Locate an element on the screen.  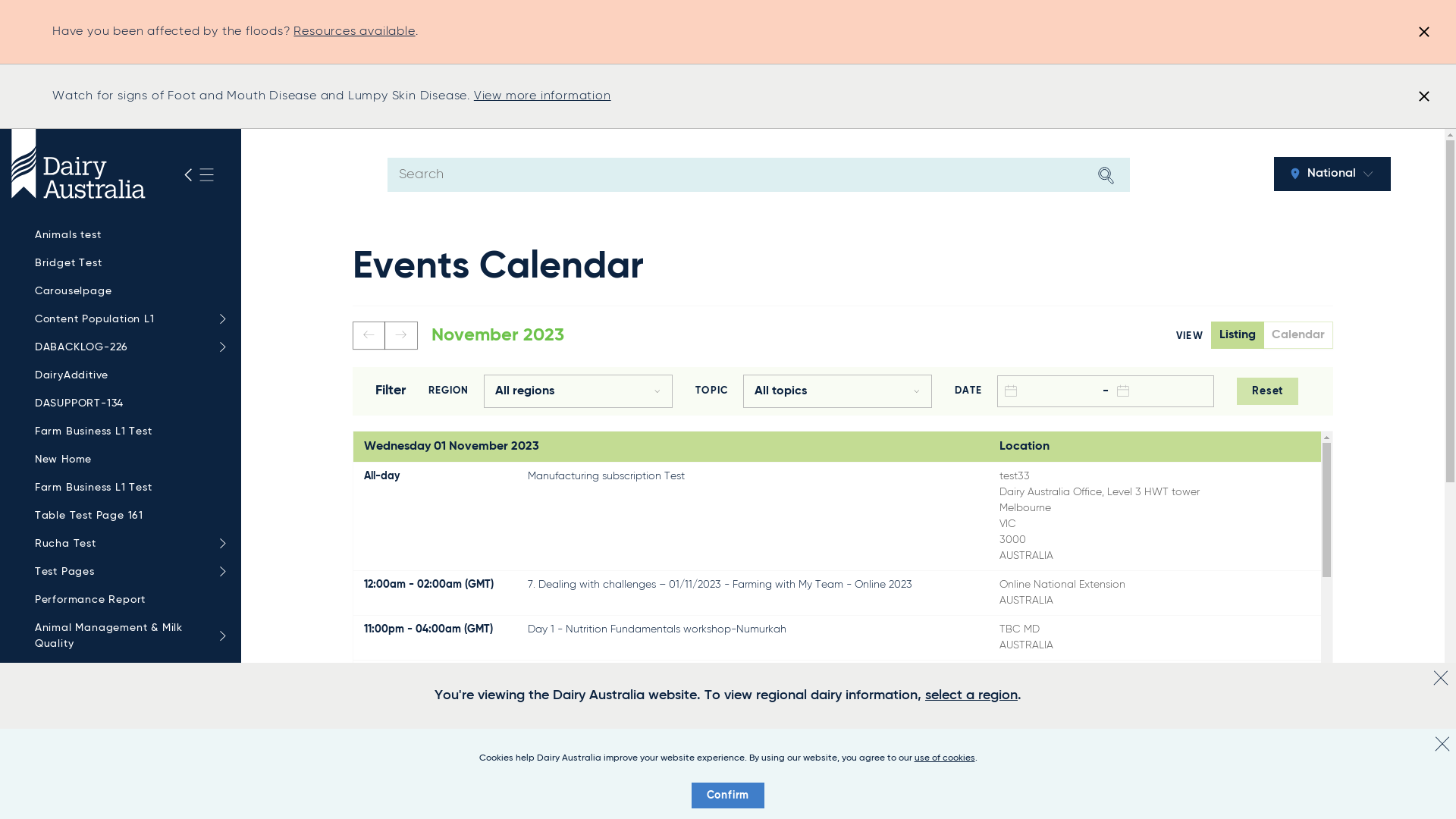
'Reset' is located at coordinates (1267, 391).